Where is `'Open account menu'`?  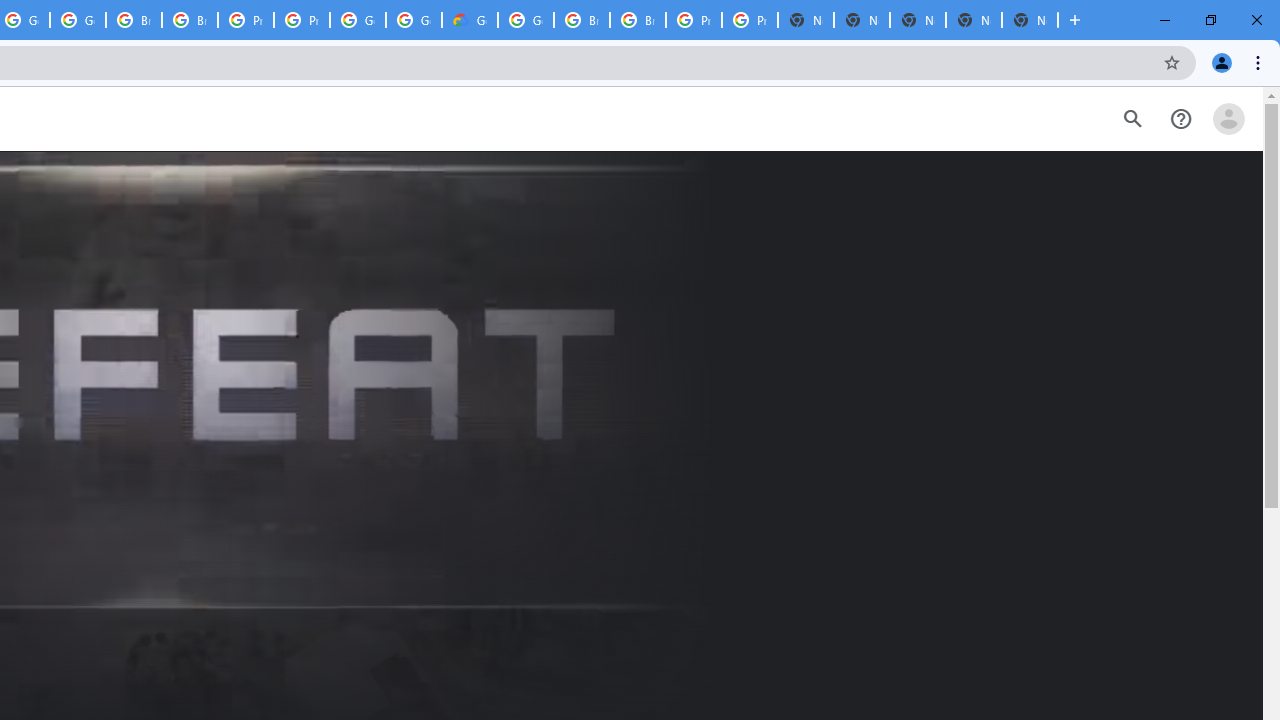
'Open account menu' is located at coordinates (1227, 119).